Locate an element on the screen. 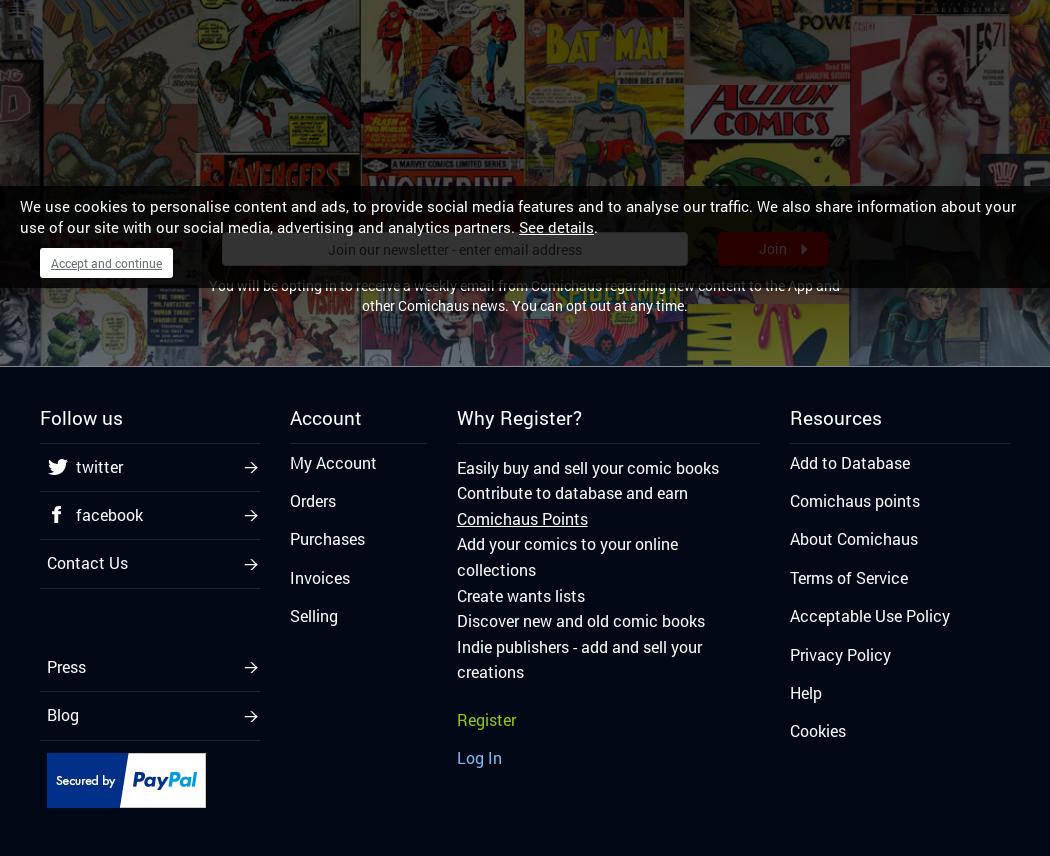  'We use cookies to personalise content and ads, to provide social media features and to analyse our traffic. We also share information about your use of our site with our social media, advertising and analytics partners.' is located at coordinates (19, 216).